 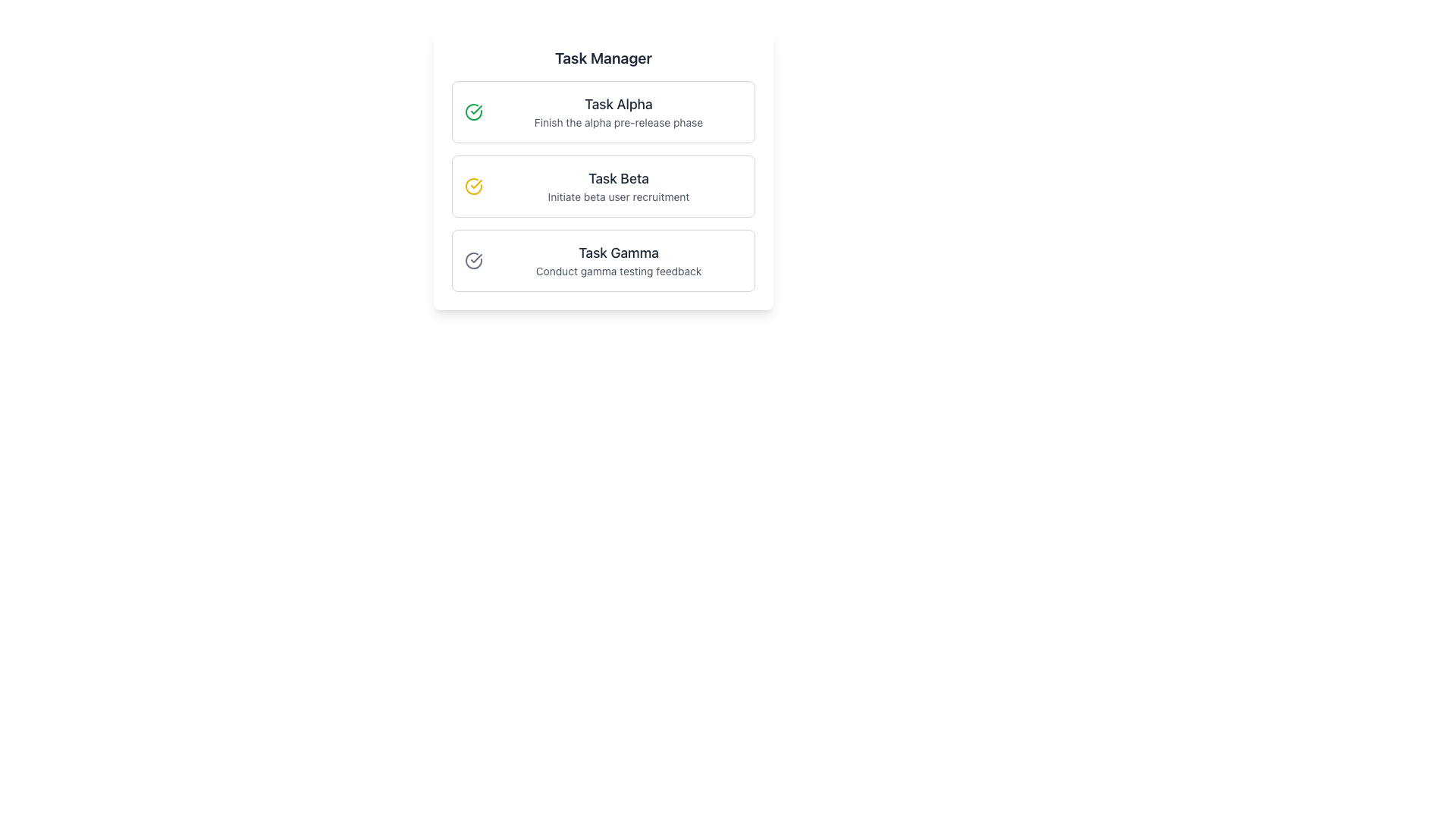 I want to click on the Circular Status Indicator Icon representing 'Task Beta', which is located to the left of the text 'Task Beta' in the task list, so click(x=472, y=186).